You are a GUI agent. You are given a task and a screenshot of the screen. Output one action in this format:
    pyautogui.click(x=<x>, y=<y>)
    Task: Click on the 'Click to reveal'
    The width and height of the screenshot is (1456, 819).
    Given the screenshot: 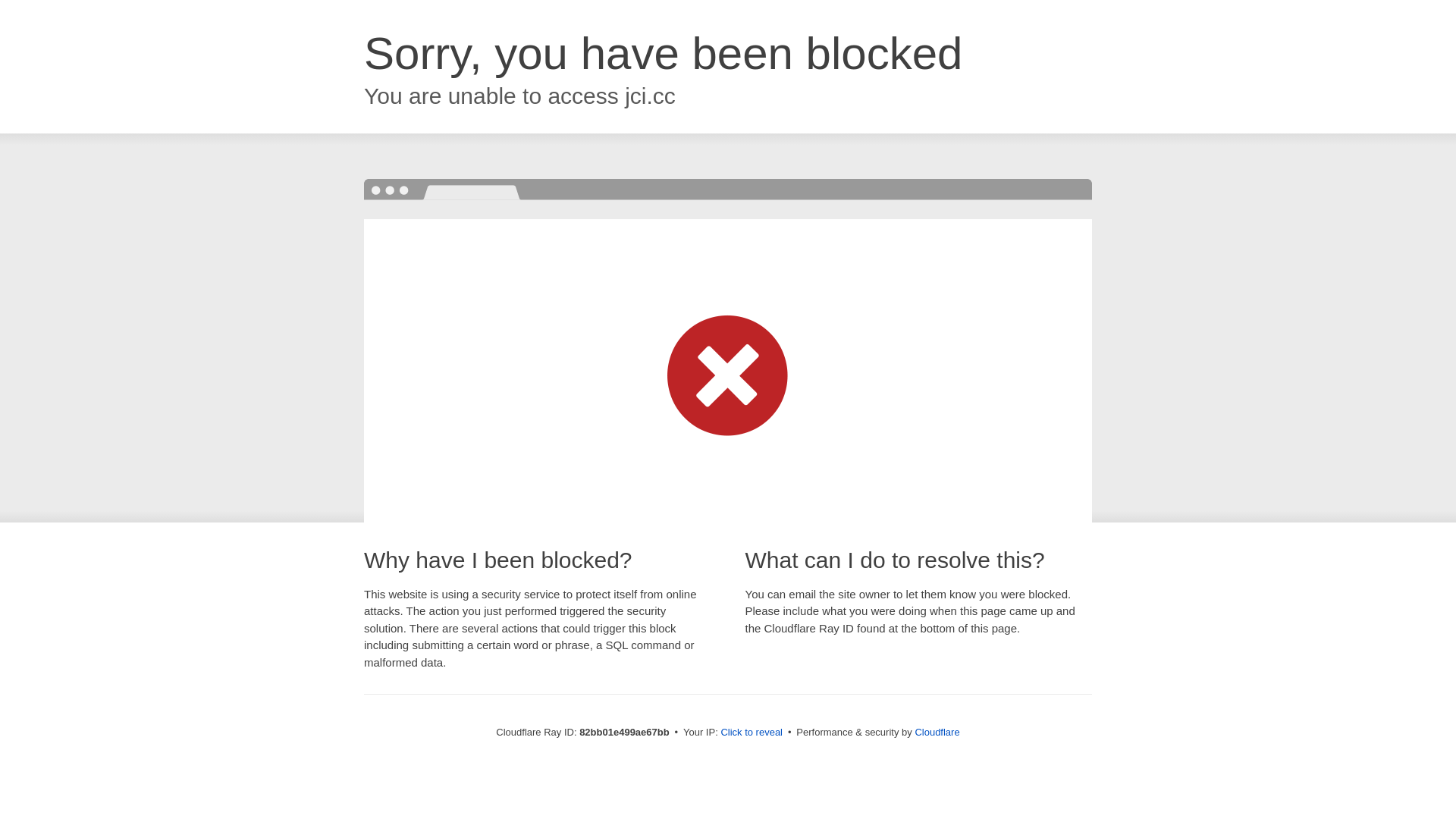 What is the action you would take?
    pyautogui.click(x=751, y=731)
    